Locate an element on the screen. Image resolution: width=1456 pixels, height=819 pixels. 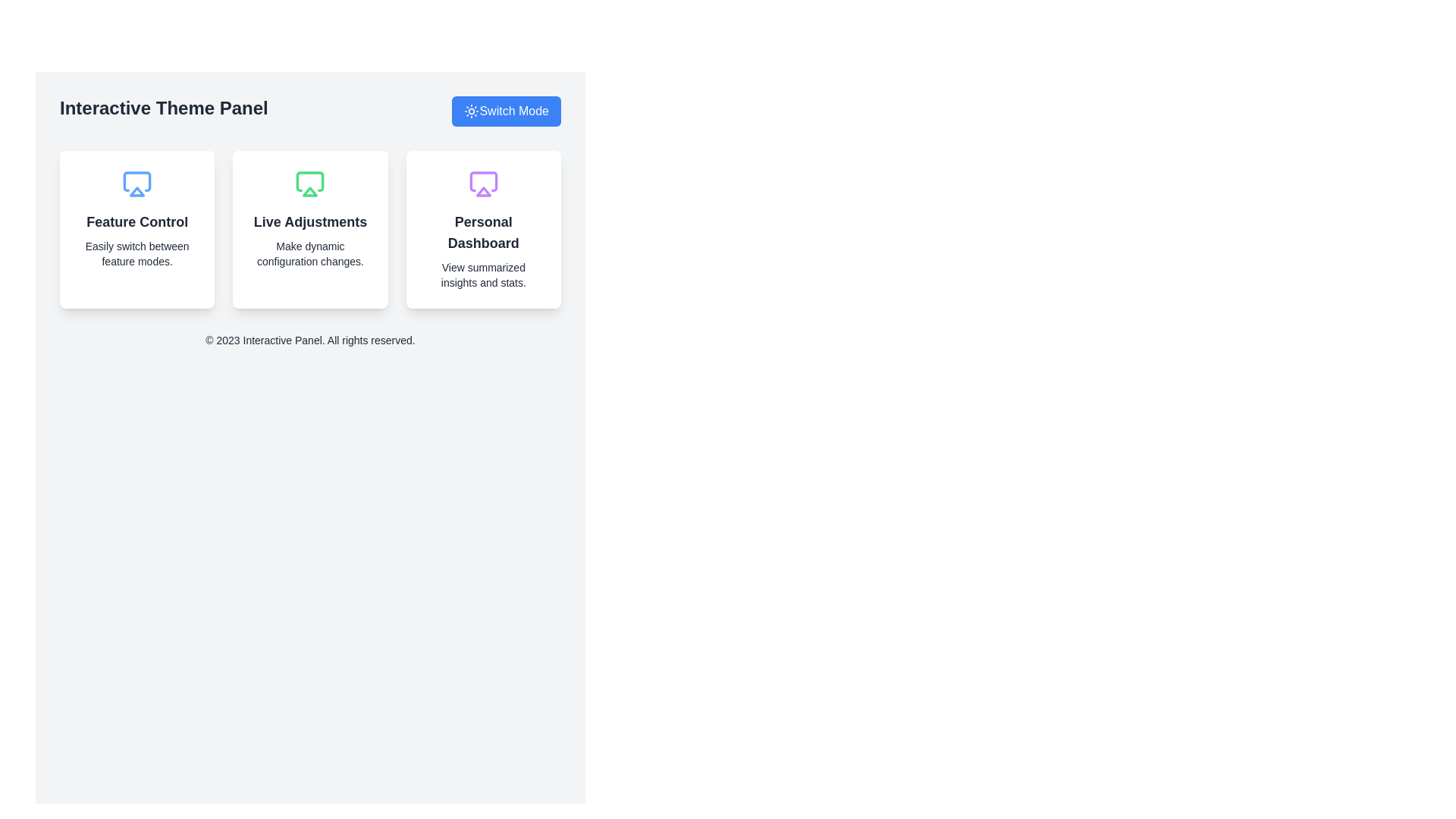
the text label providing supplementary information about the 'Live Adjustments' feature, which is positioned below the heading 'Live Adjustments' in the center card of a three-card layout is located at coordinates (309, 253).